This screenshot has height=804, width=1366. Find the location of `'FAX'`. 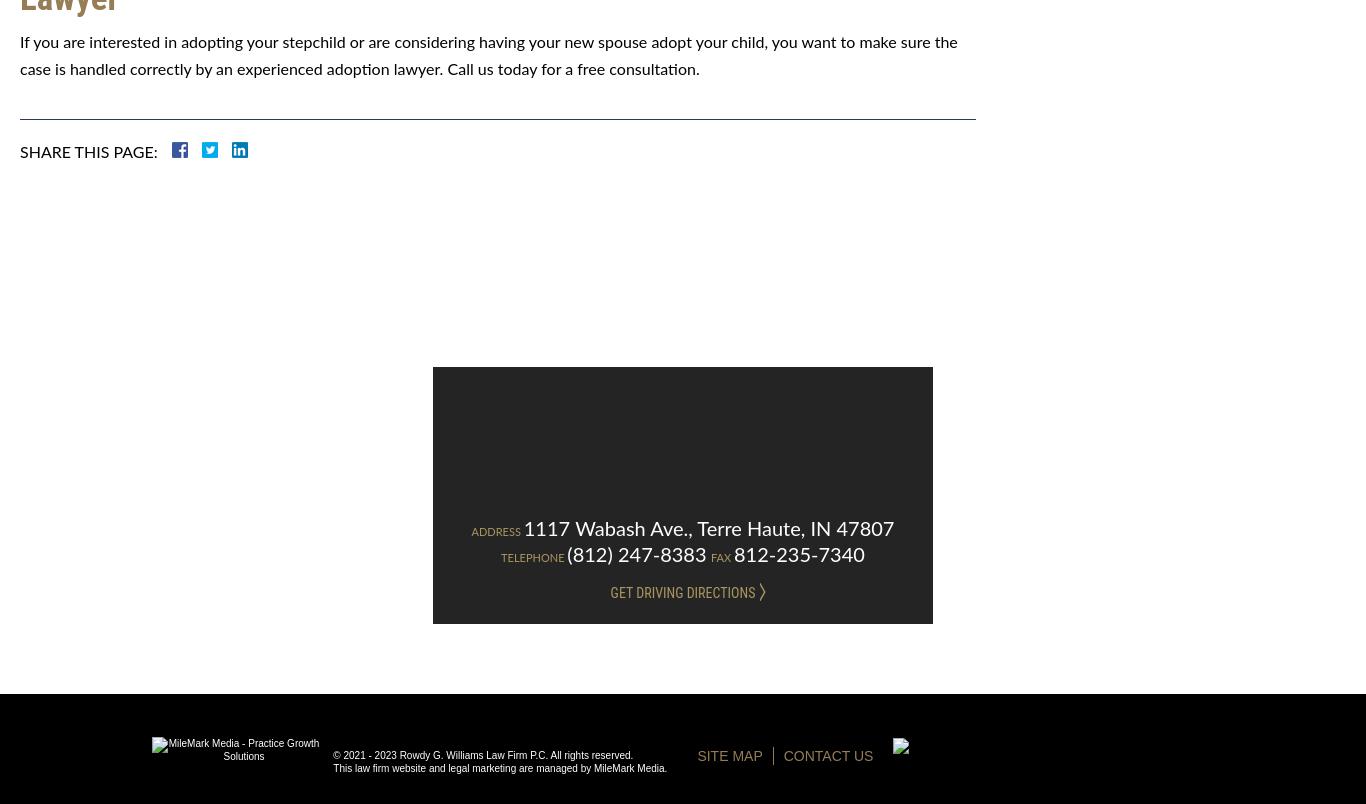

'FAX' is located at coordinates (722, 557).